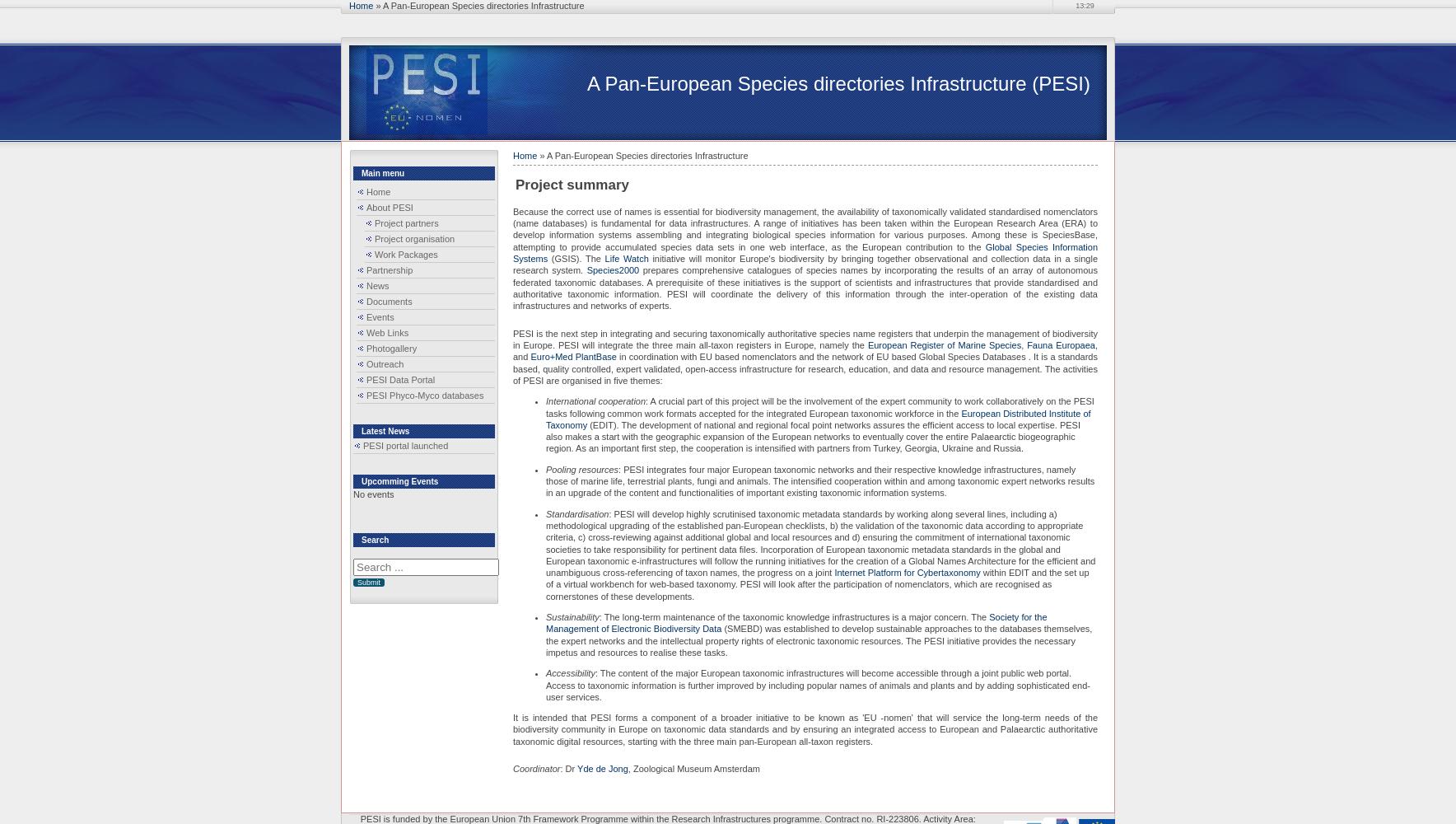 Image resolution: width=1456 pixels, height=824 pixels. Describe the element at coordinates (512, 729) in the screenshot. I see `'It is intended that PESI forms a component of a broader initiative to be known as 'EU -nomen' that will service the long-term needs of the biodiversity community in Europe on taxonomic data standards and by ensuring an integrated access to European and Palaearctic authoritative taxonomic digital resources, starting with the three main pan-European all-taxon registers.'` at that location.